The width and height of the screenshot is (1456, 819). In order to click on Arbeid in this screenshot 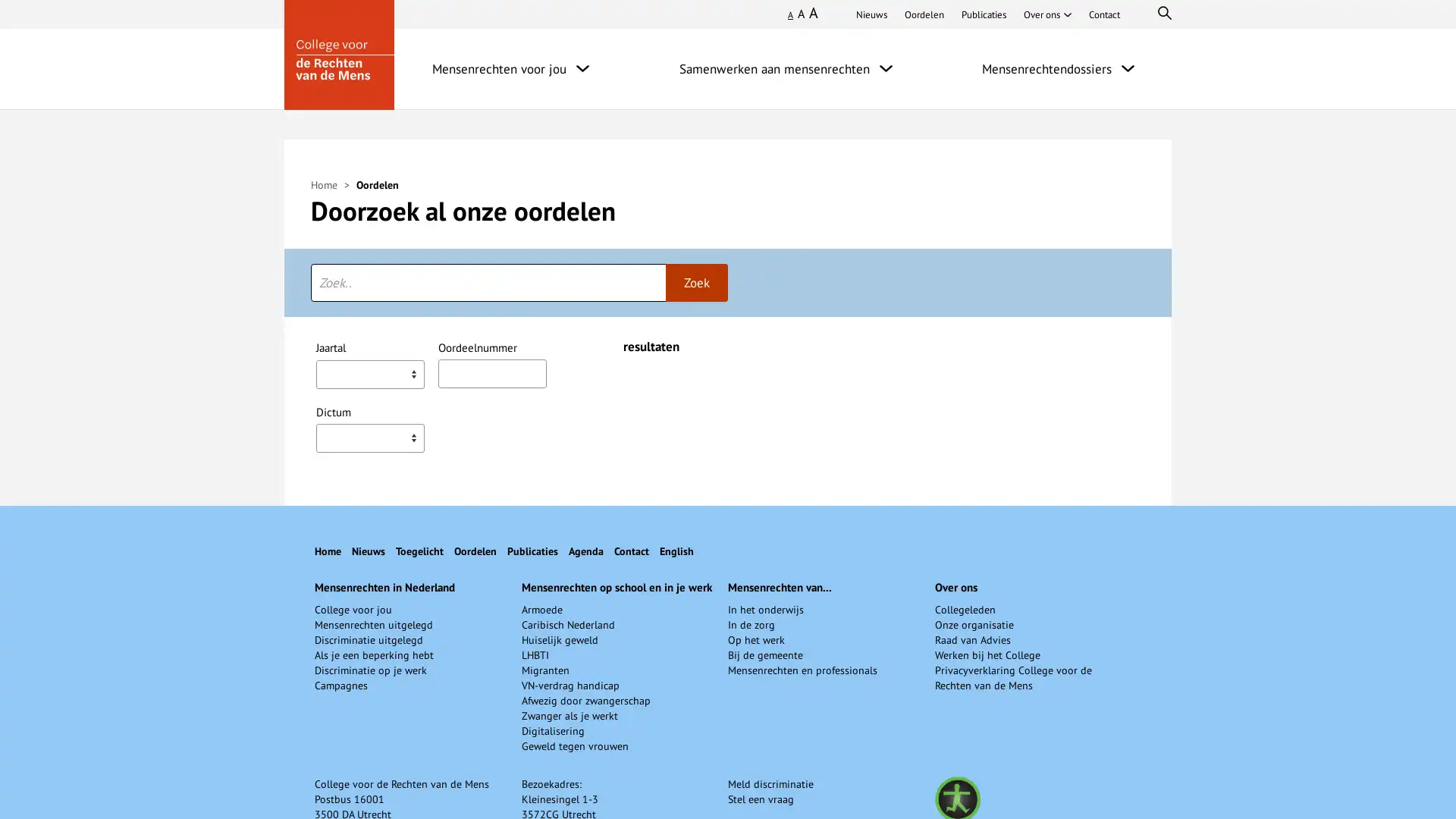, I will do `click(841, 494)`.